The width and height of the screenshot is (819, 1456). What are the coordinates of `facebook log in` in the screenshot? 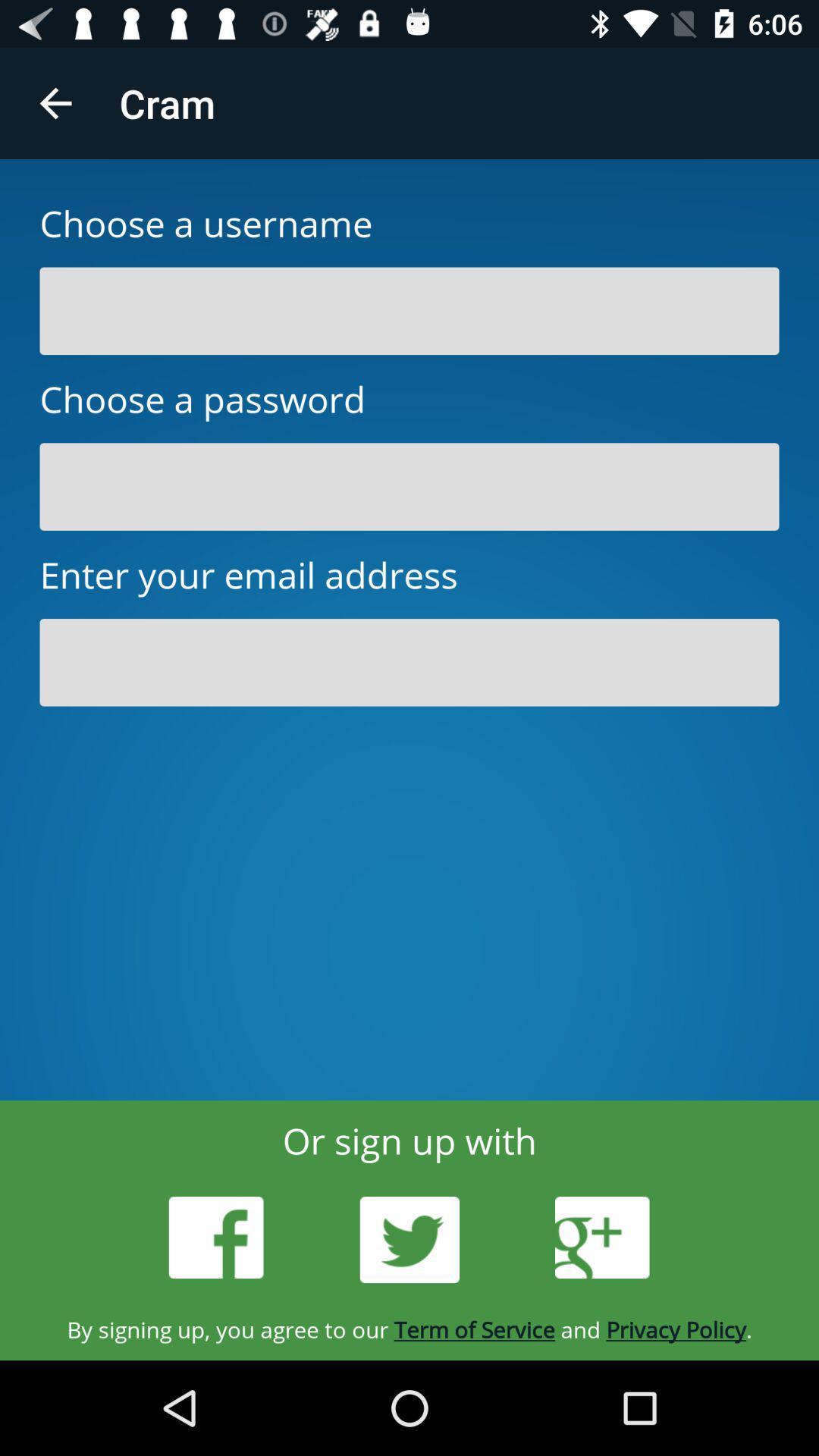 It's located at (216, 1238).